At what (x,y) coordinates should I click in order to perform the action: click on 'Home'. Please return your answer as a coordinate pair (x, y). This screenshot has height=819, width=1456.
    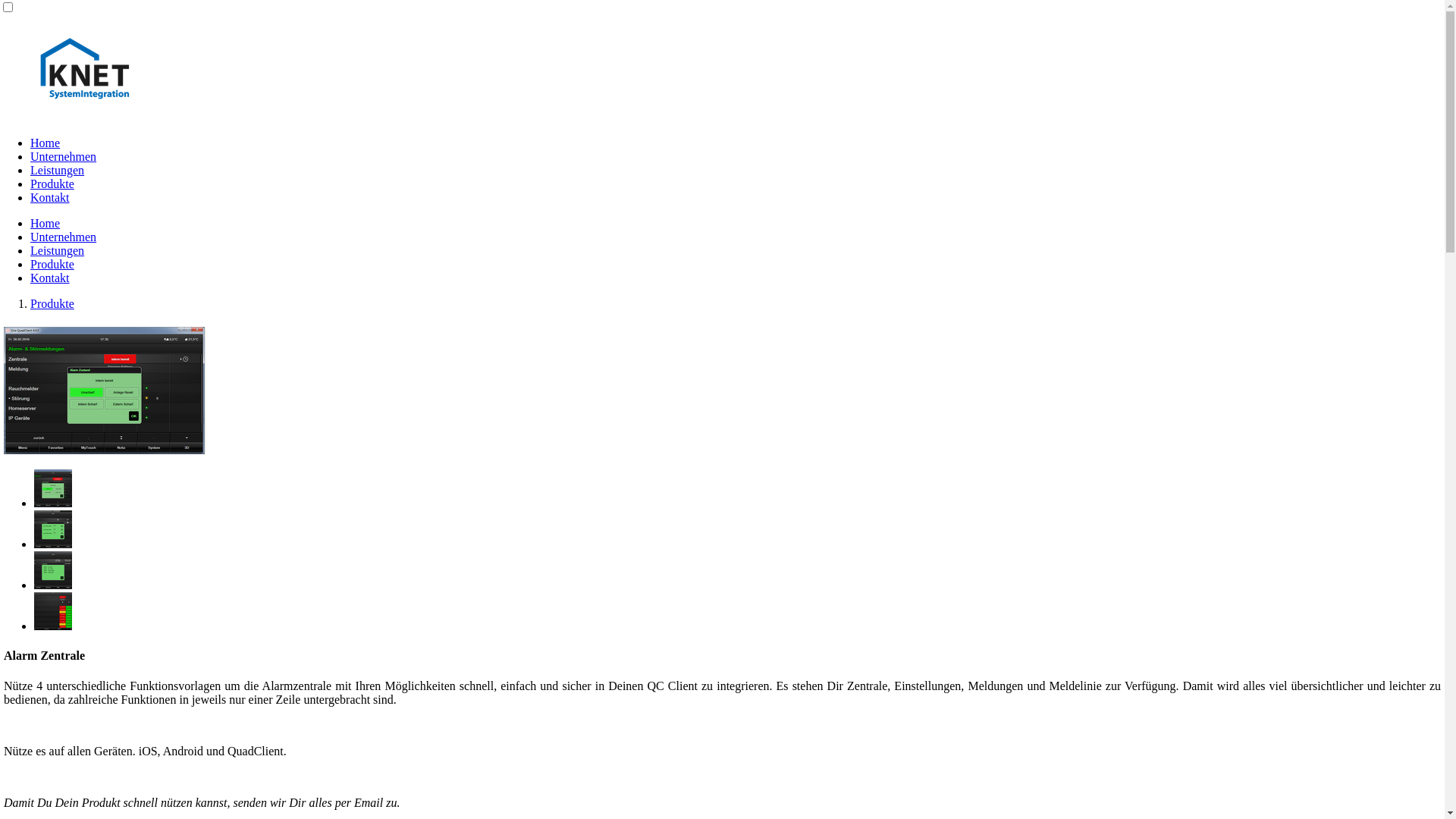
    Looking at the image, I should click on (45, 143).